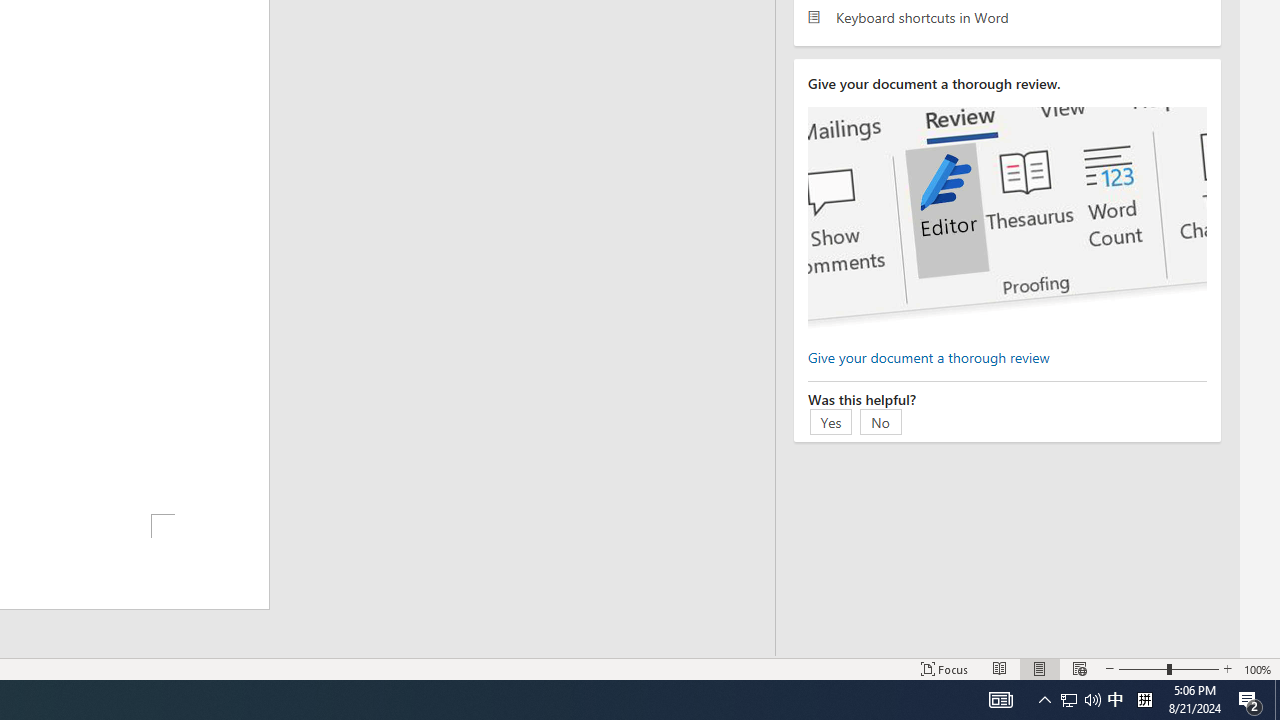 The height and width of the screenshot is (720, 1280). What do you see at coordinates (880, 420) in the screenshot?
I see `'No'` at bounding box center [880, 420].